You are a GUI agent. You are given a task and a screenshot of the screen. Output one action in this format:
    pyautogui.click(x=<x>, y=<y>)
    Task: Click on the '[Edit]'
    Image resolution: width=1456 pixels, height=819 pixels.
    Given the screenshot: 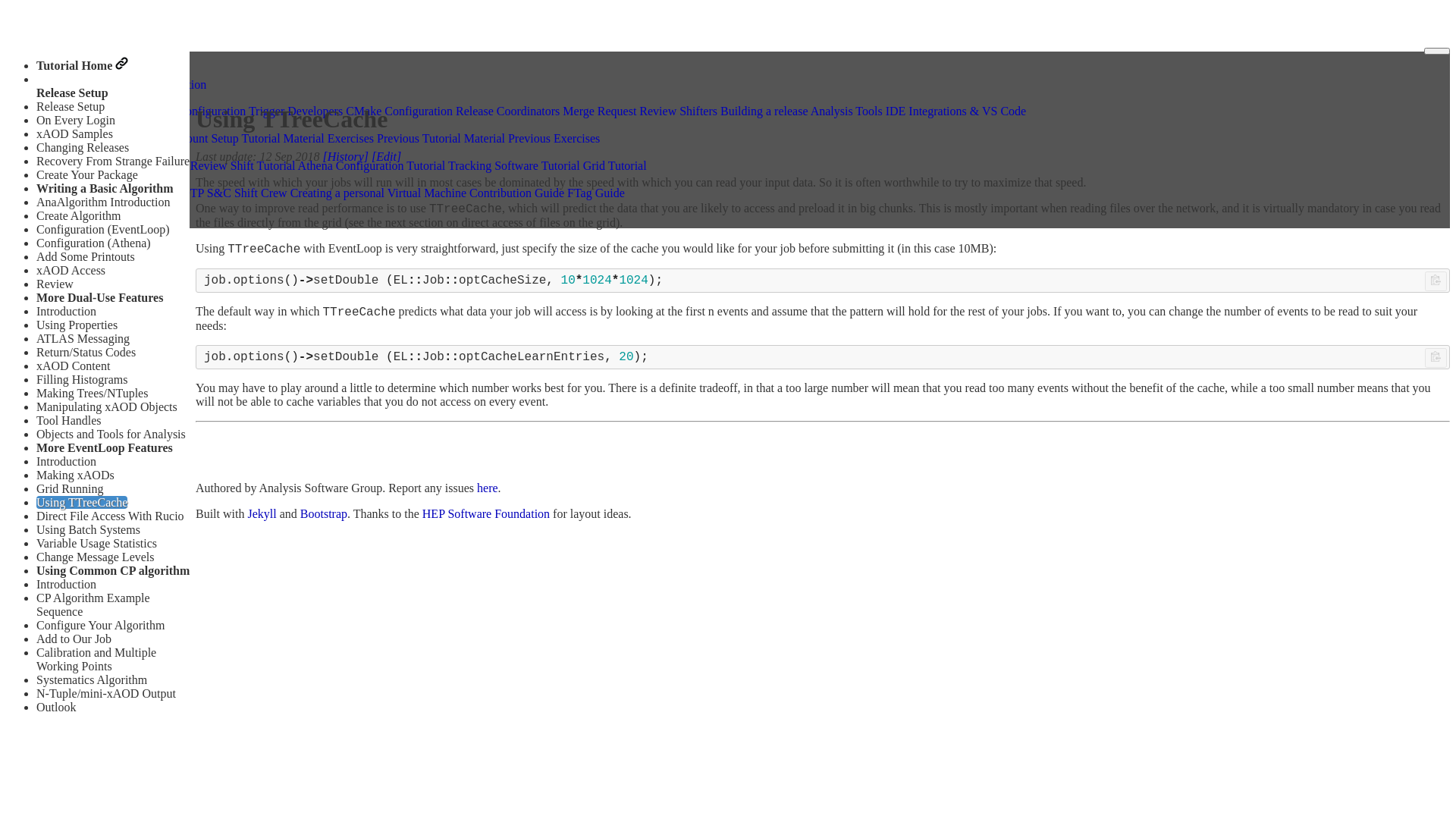 What is the action you would take?
    pyautogui.click(x=386, y=156)
    